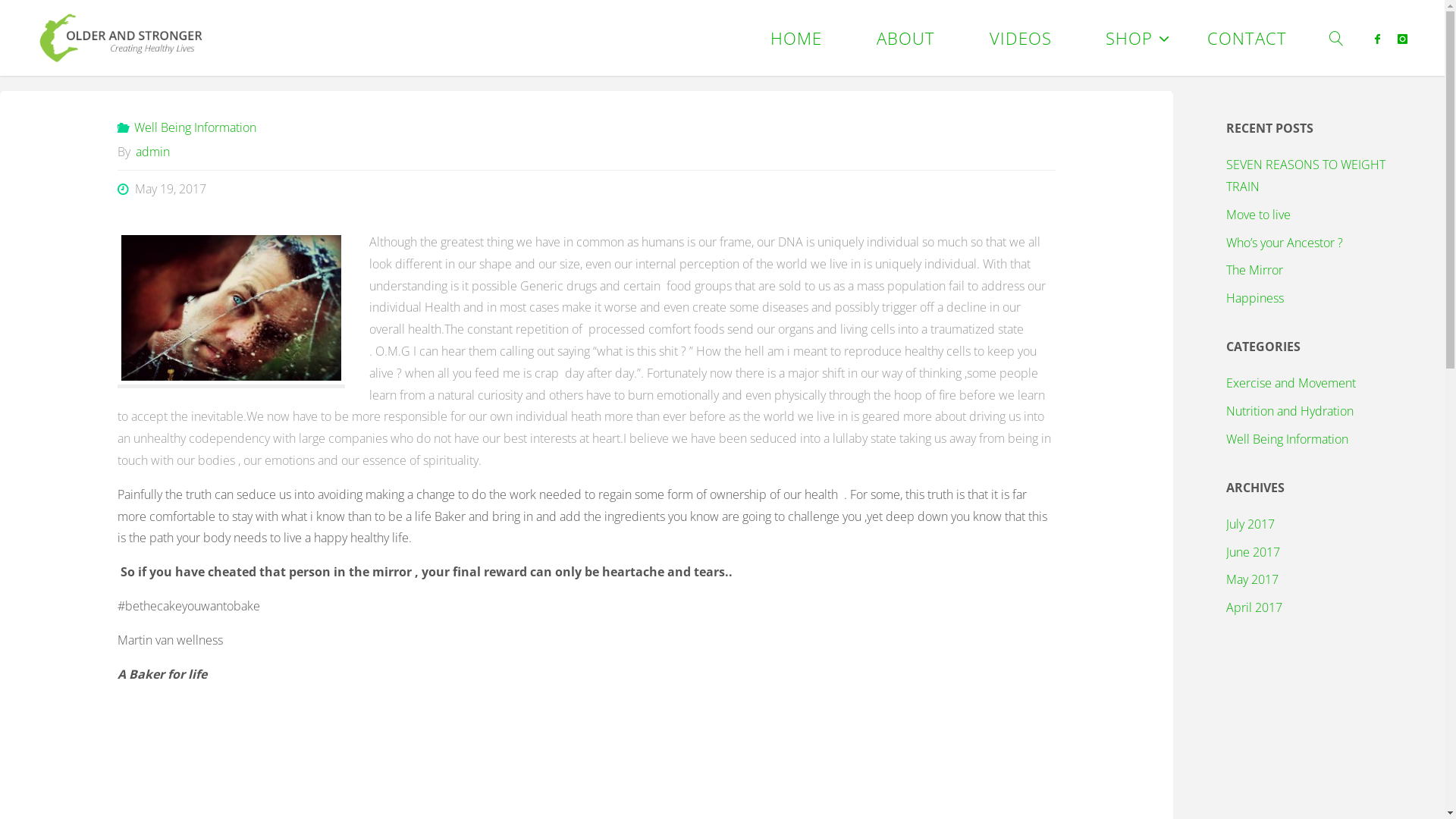 The width and height of the screenshot is (1456, 819). I want to click on 'April 2017', so click(1254, 607).